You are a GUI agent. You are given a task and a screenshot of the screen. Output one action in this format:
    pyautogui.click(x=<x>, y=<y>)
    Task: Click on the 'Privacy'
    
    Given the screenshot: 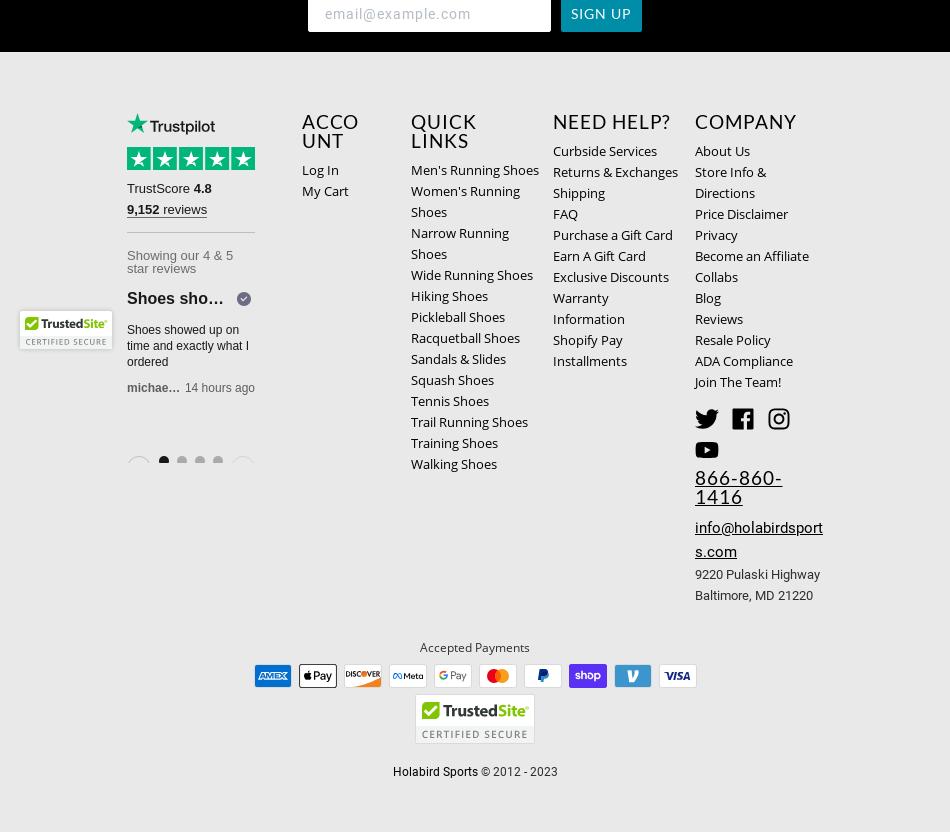 What is the action you would take?
    pyautogui.click(x=715, y=235)
    